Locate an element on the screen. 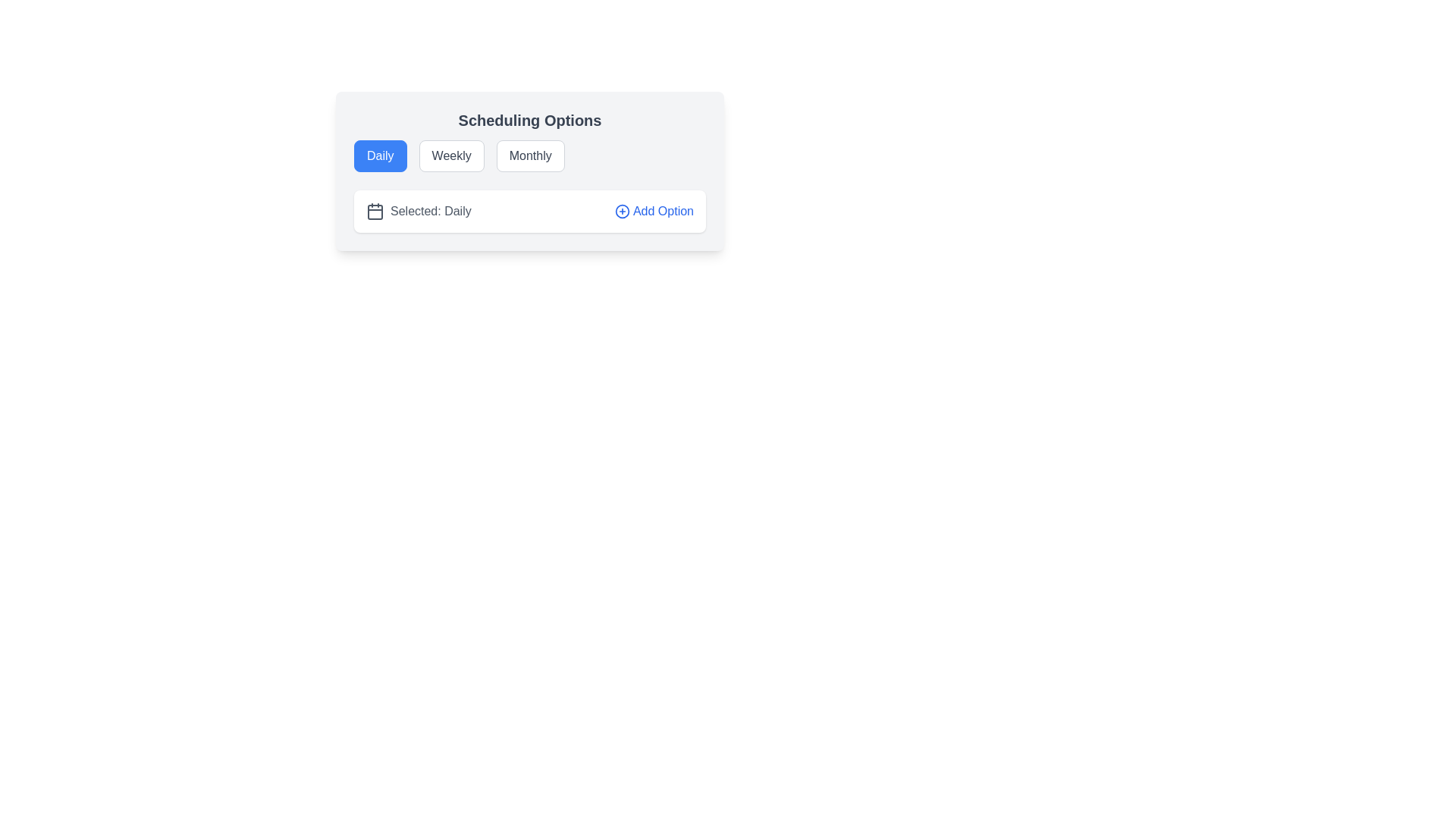 The width and height of the screenshot is (1456, 819). the circular icon button with a plus sign symbol, located to the left of the 'Add Option' text in the 'Scheduling Options' section is located at coordinates (622, 211).